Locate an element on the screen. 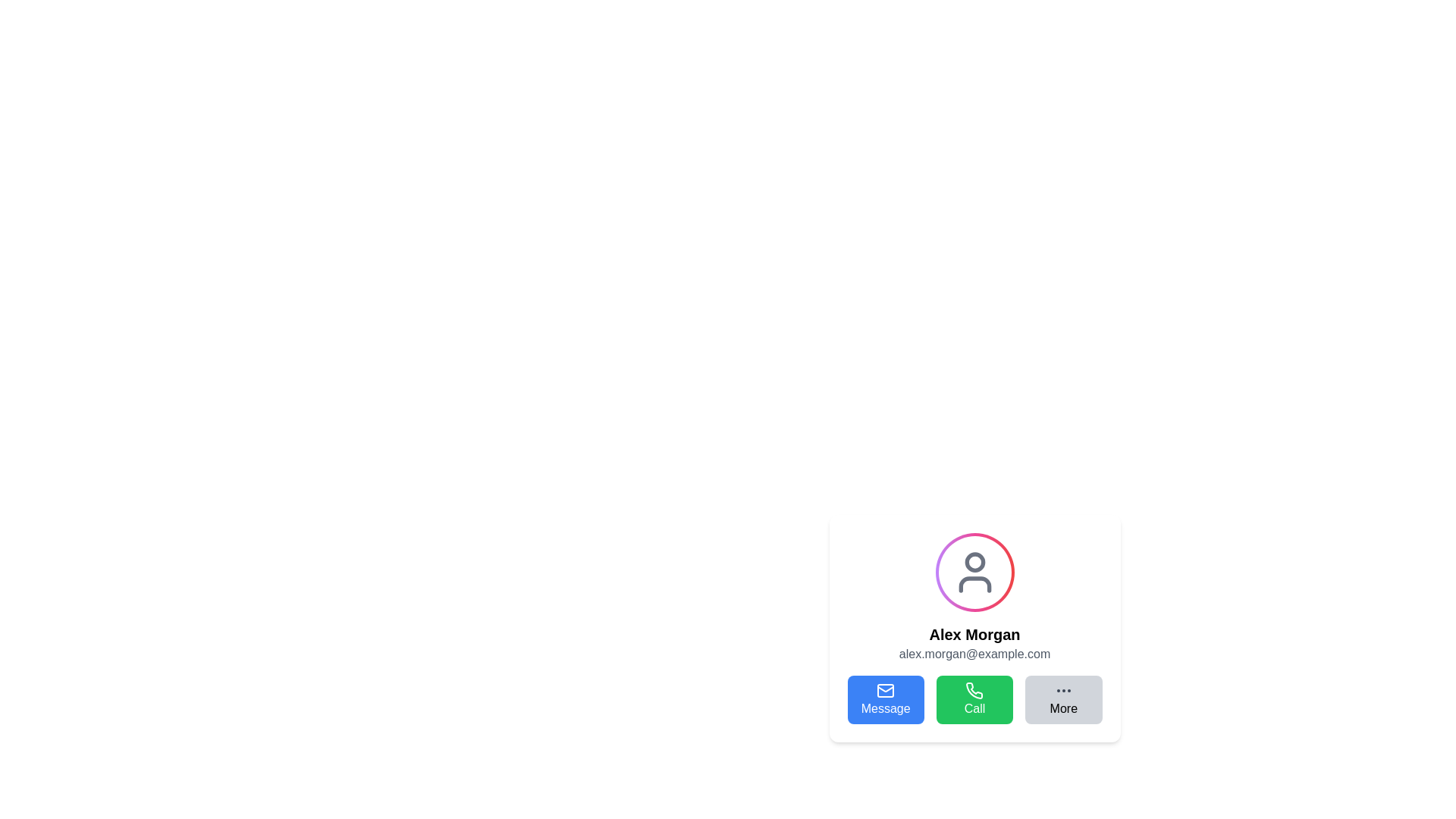 This screenshot has width=1456, height=819. the Profile Image Placeholder, which is a circular icon with a gradient border and a gray user silhouette centered within it, located at the top center of the user card is located at coordinates (974, 573).